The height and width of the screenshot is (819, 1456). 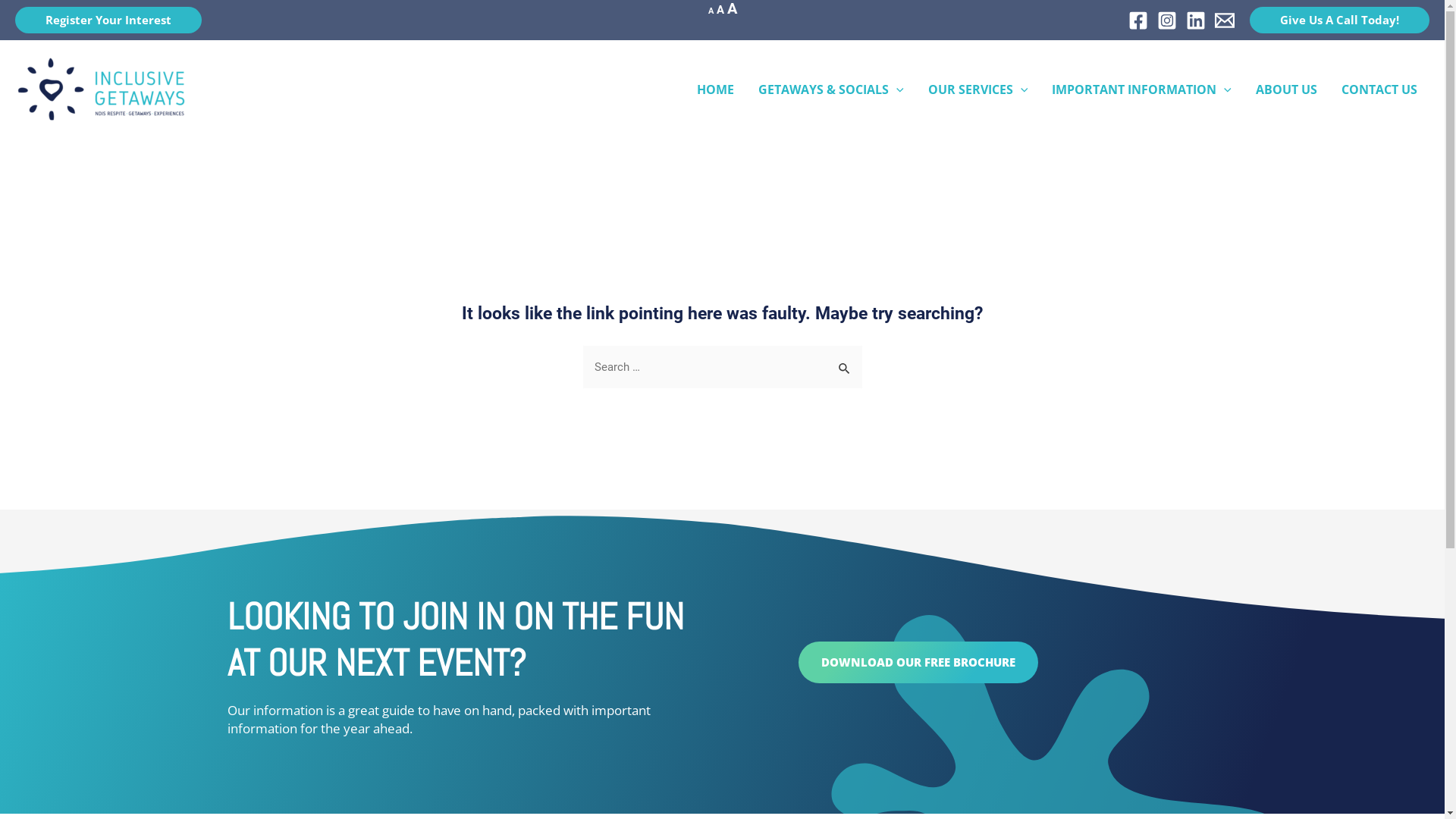 I want to click on 'A, so click(x=726, y=8).